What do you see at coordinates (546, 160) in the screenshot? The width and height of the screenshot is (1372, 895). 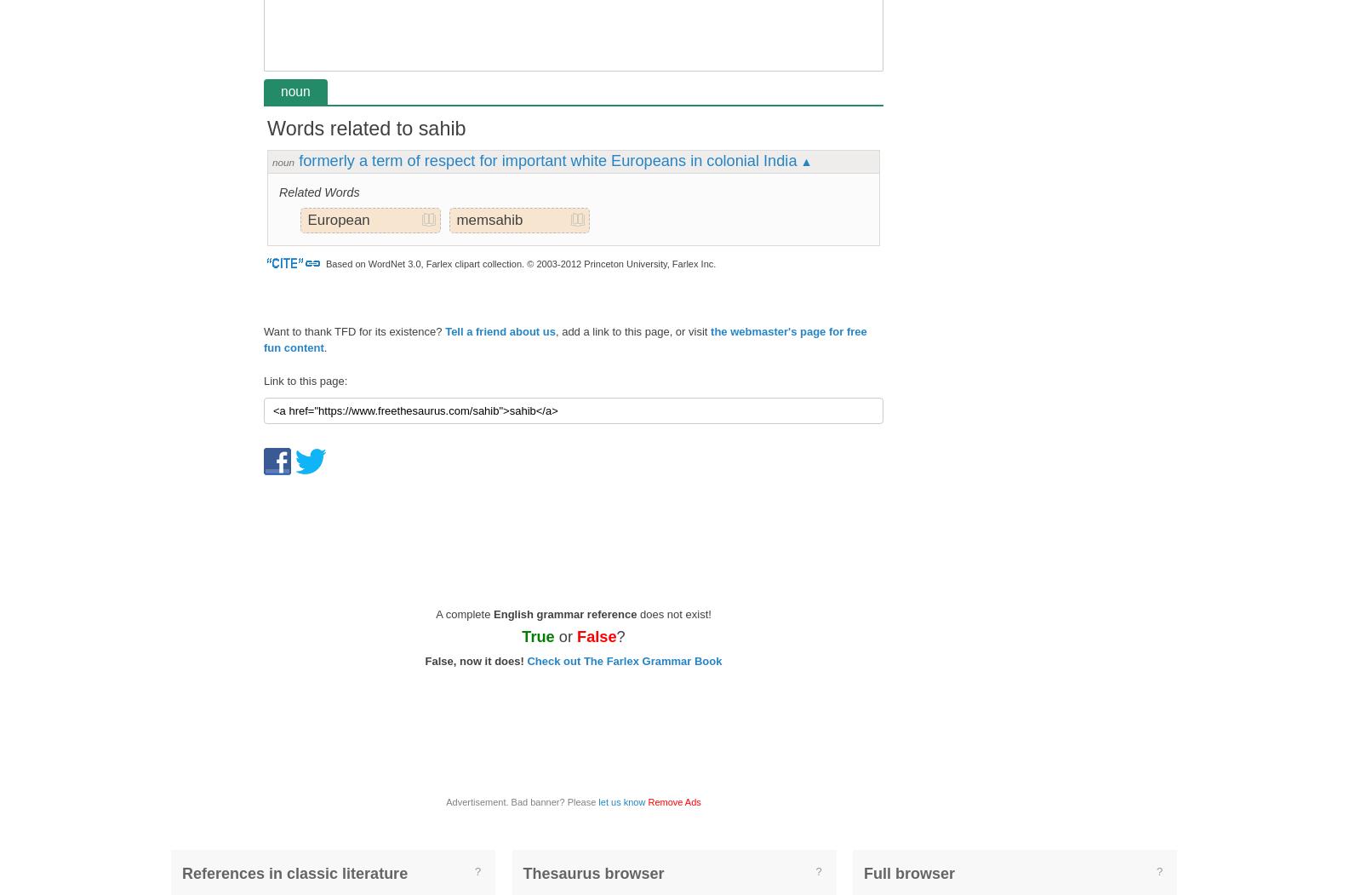 I see `'formerly a term of respect for important white Europeans in colonial India'` at bounding box center [546, 160].